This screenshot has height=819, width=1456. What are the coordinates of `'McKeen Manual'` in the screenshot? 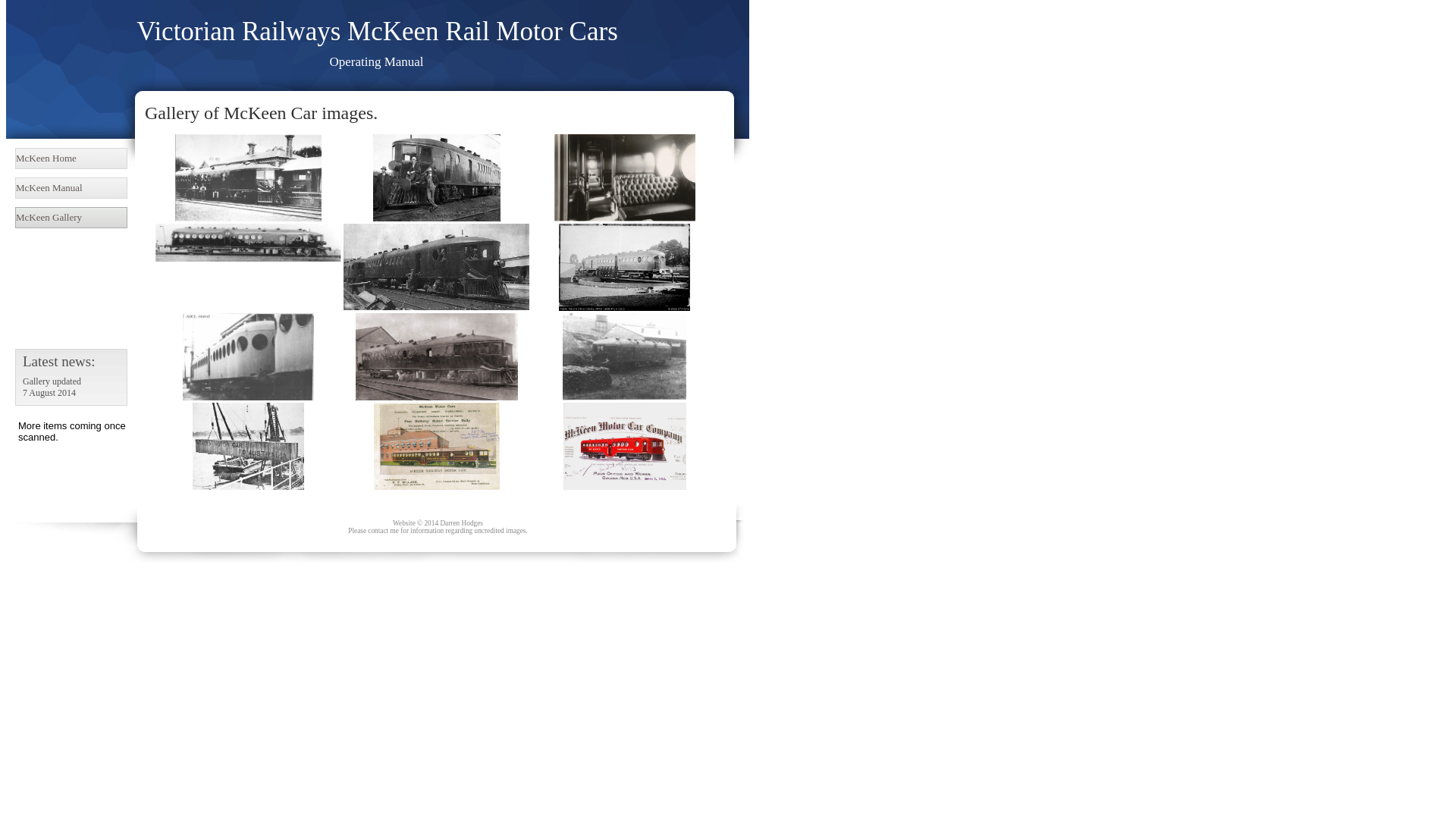 It's located at (71, 187).